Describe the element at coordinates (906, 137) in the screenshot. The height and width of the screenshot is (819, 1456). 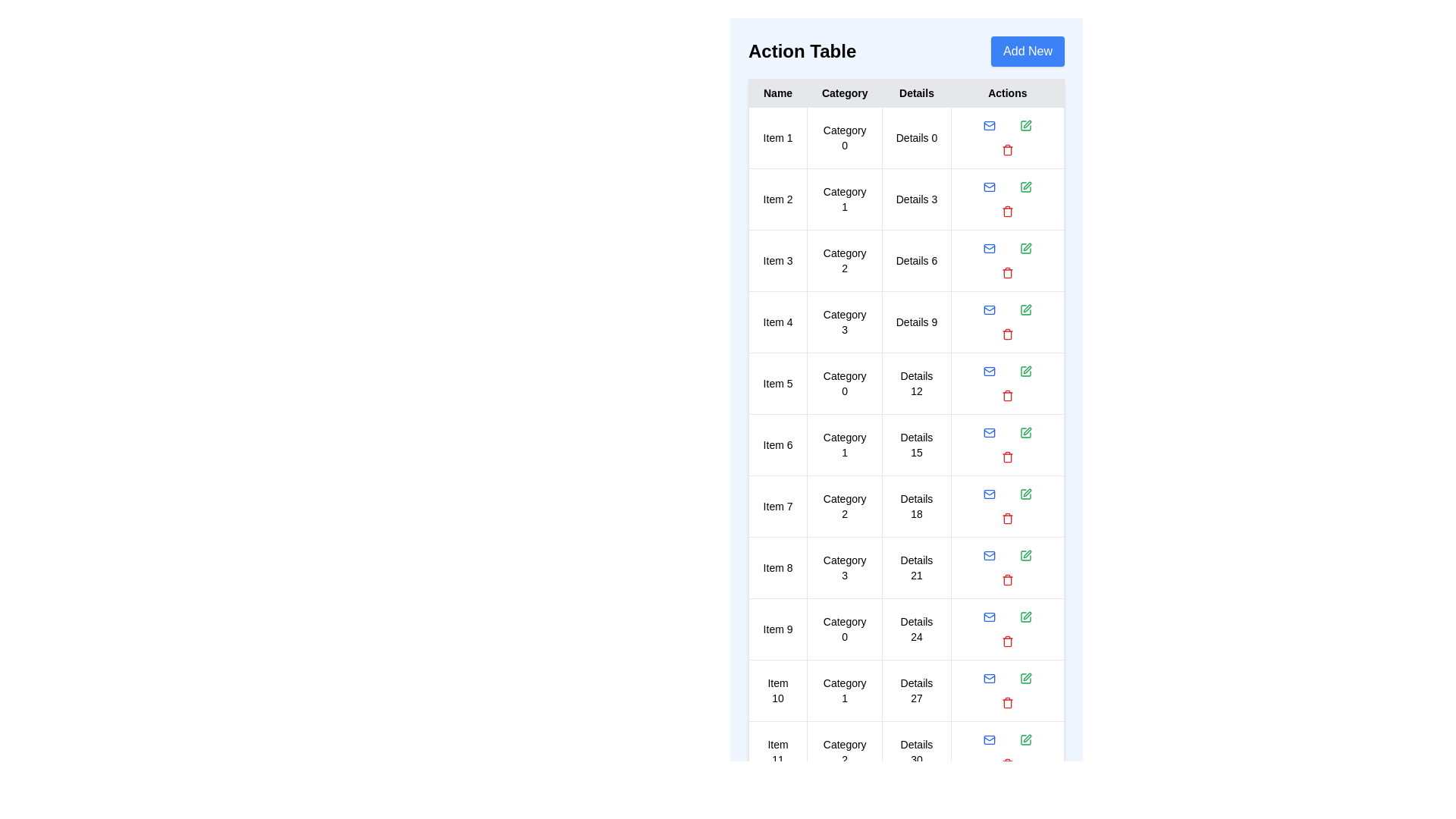
I see `the first row of the table to highlight it` at that location.